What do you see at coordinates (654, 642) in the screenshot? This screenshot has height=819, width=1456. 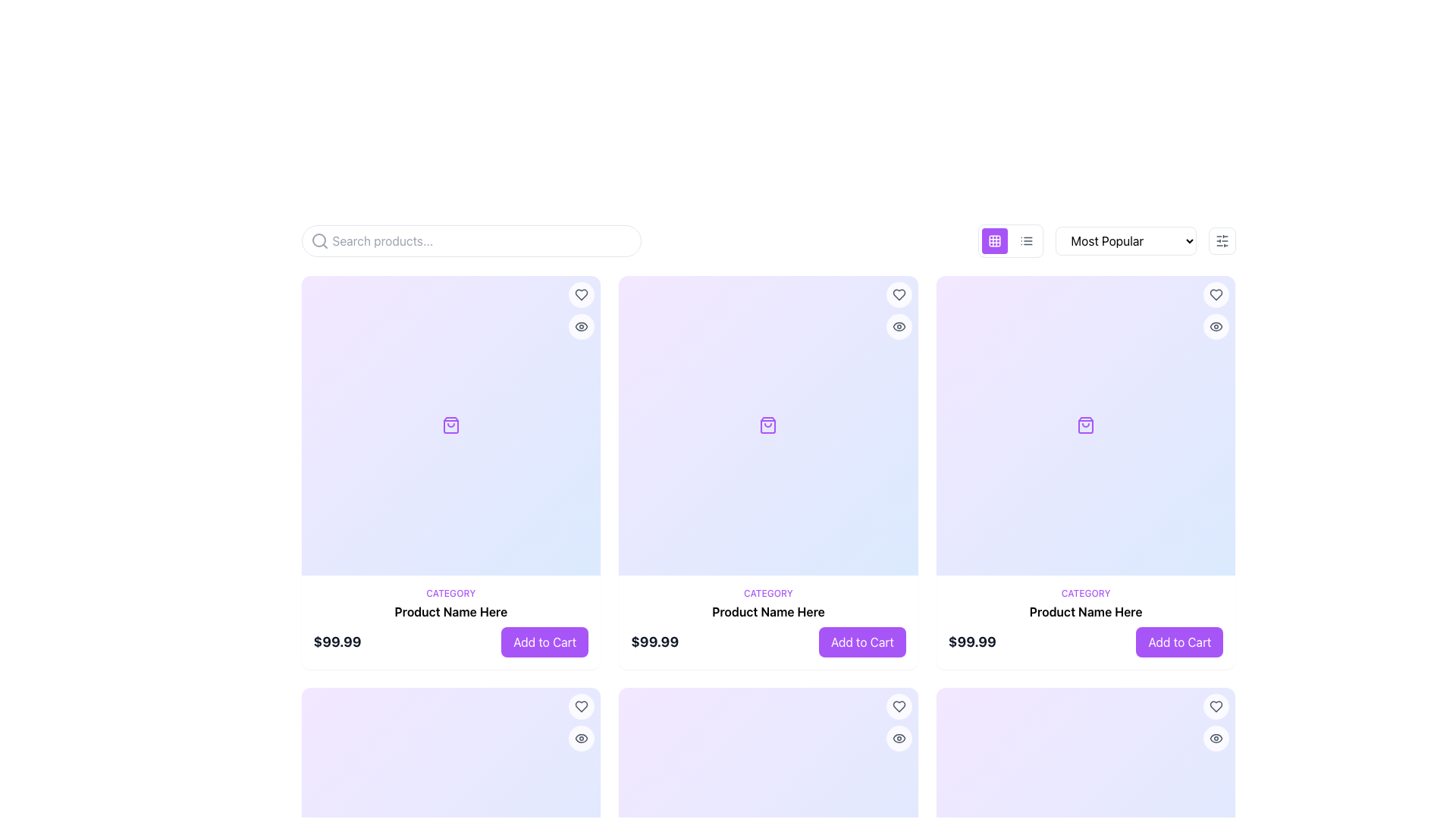 I see `the text '$99.99' displayed in bold and dark font within the middle product card to trigger any tooltip or highlight` at bounding box center [654, 642].